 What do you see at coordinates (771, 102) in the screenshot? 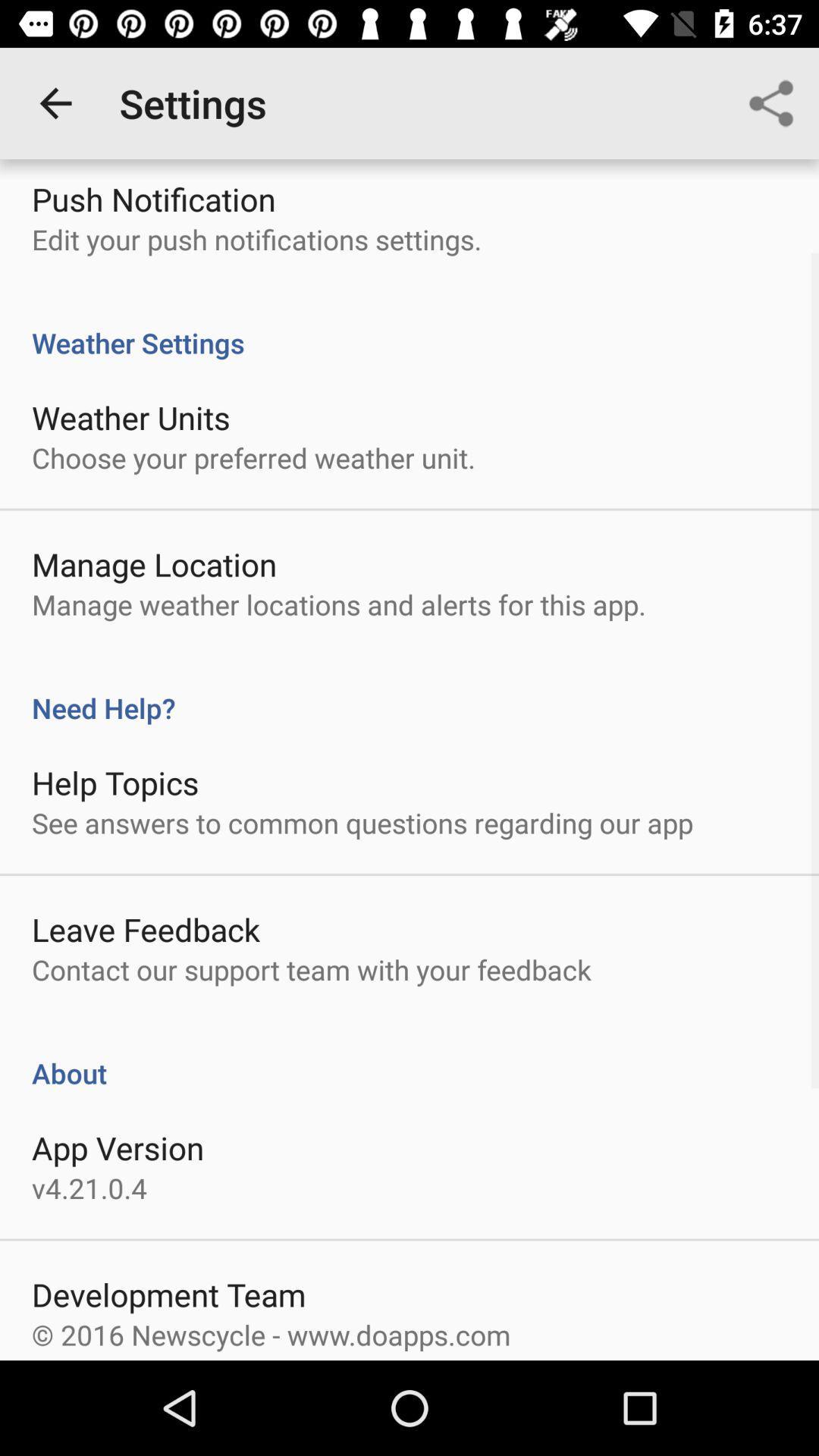
I see `item next to settings  app` at bounding box center [771, 102].